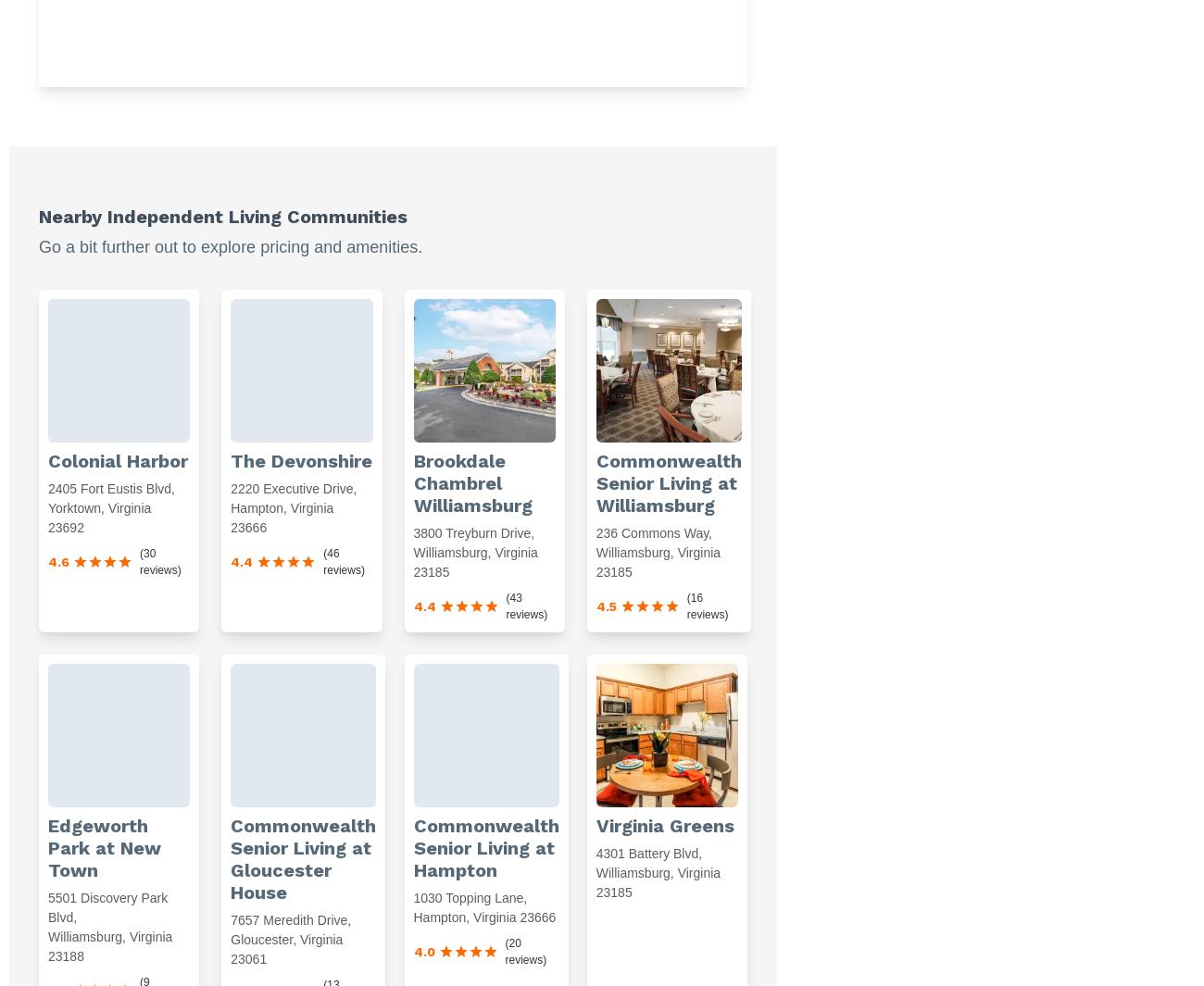 This screenshot has height=986, width=1204. I want to click on 'Yorktown, Virginia 23692', so click(99, 518).